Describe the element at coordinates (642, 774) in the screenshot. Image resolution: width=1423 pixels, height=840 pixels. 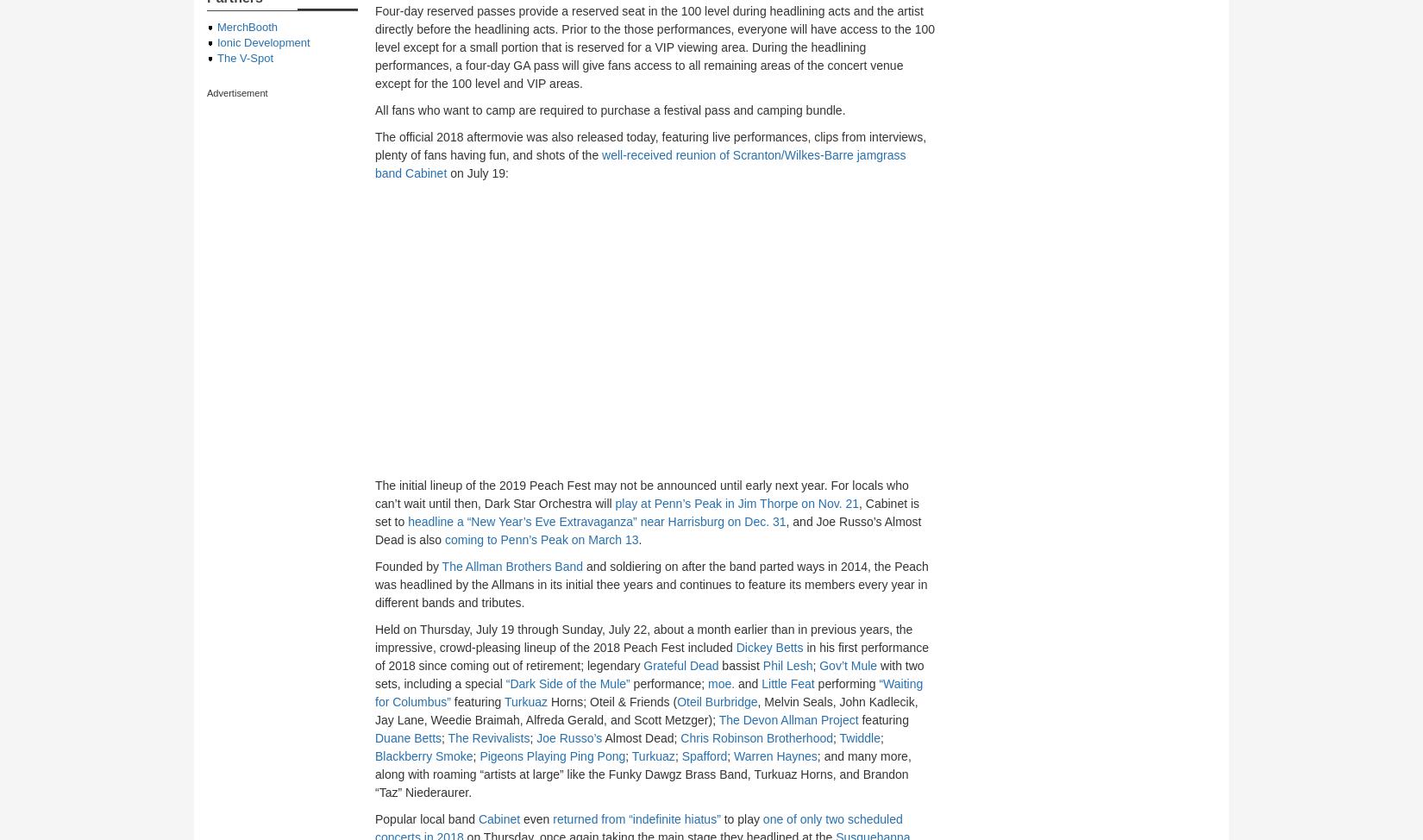
I see `'; and many more, along with roaming “artists at large” like the Funky Dawgz Brass Band, Turkuaz Horns, and Brandon “Taz” Niederaurer.'` at that location.